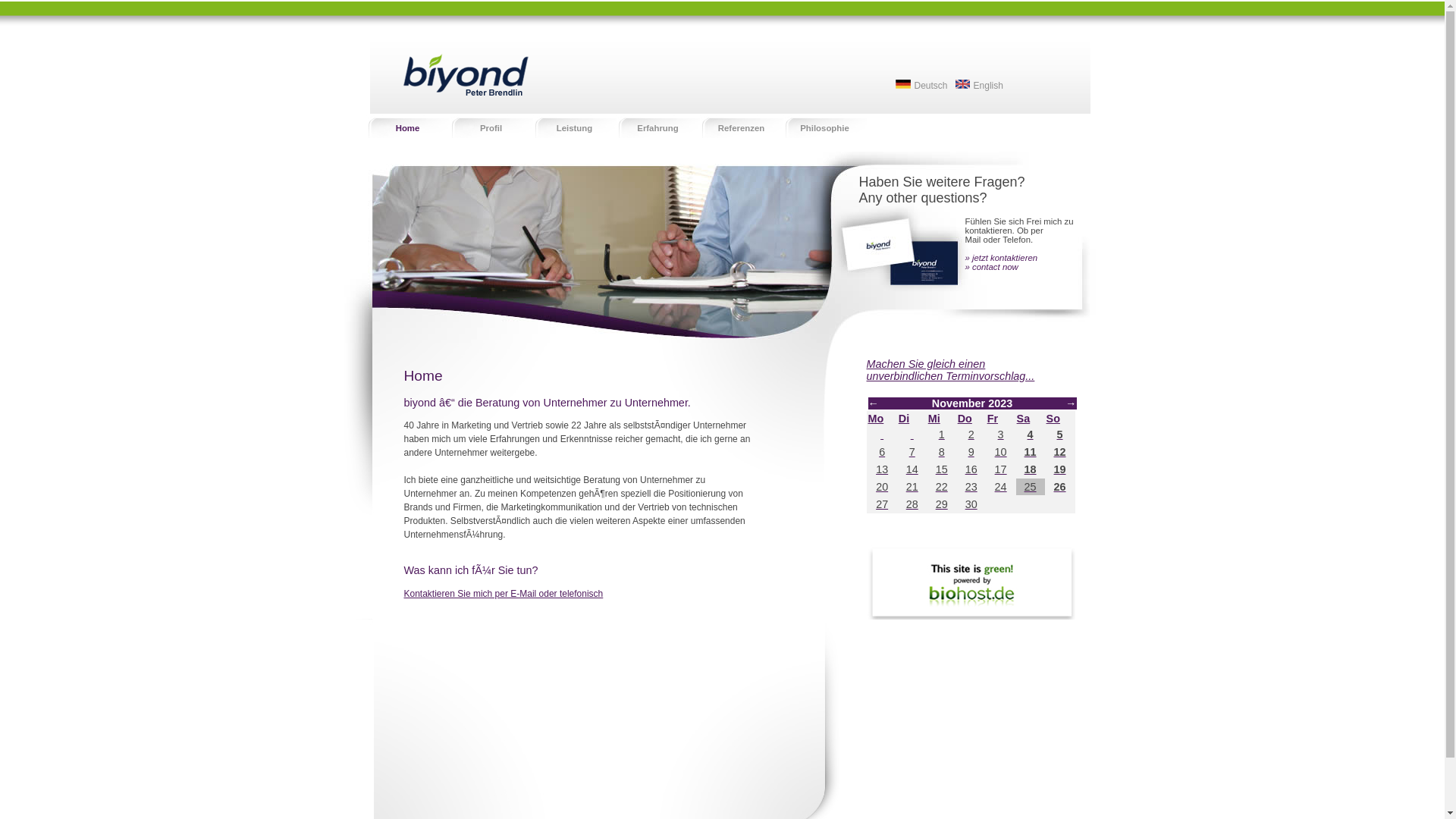 The width and height of the screenshot is (1456, 819). I want to click on 'Kontaktieren Sie mich per E-Mail oder telefonisch', so click(503, 593).